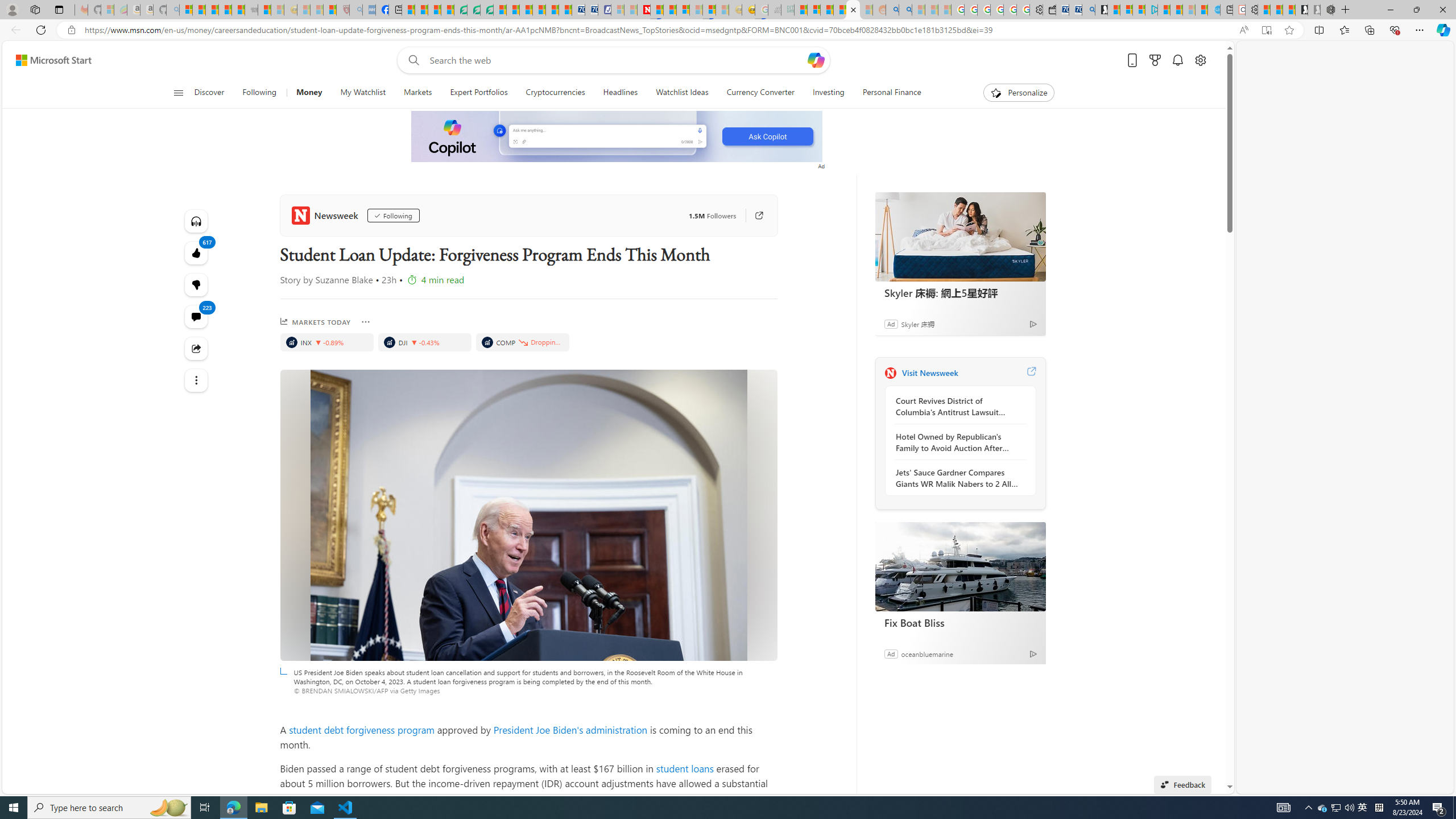 The width and height of the screenshot is (1456, 819). I want to click on 'Markets', so click(417, 92).